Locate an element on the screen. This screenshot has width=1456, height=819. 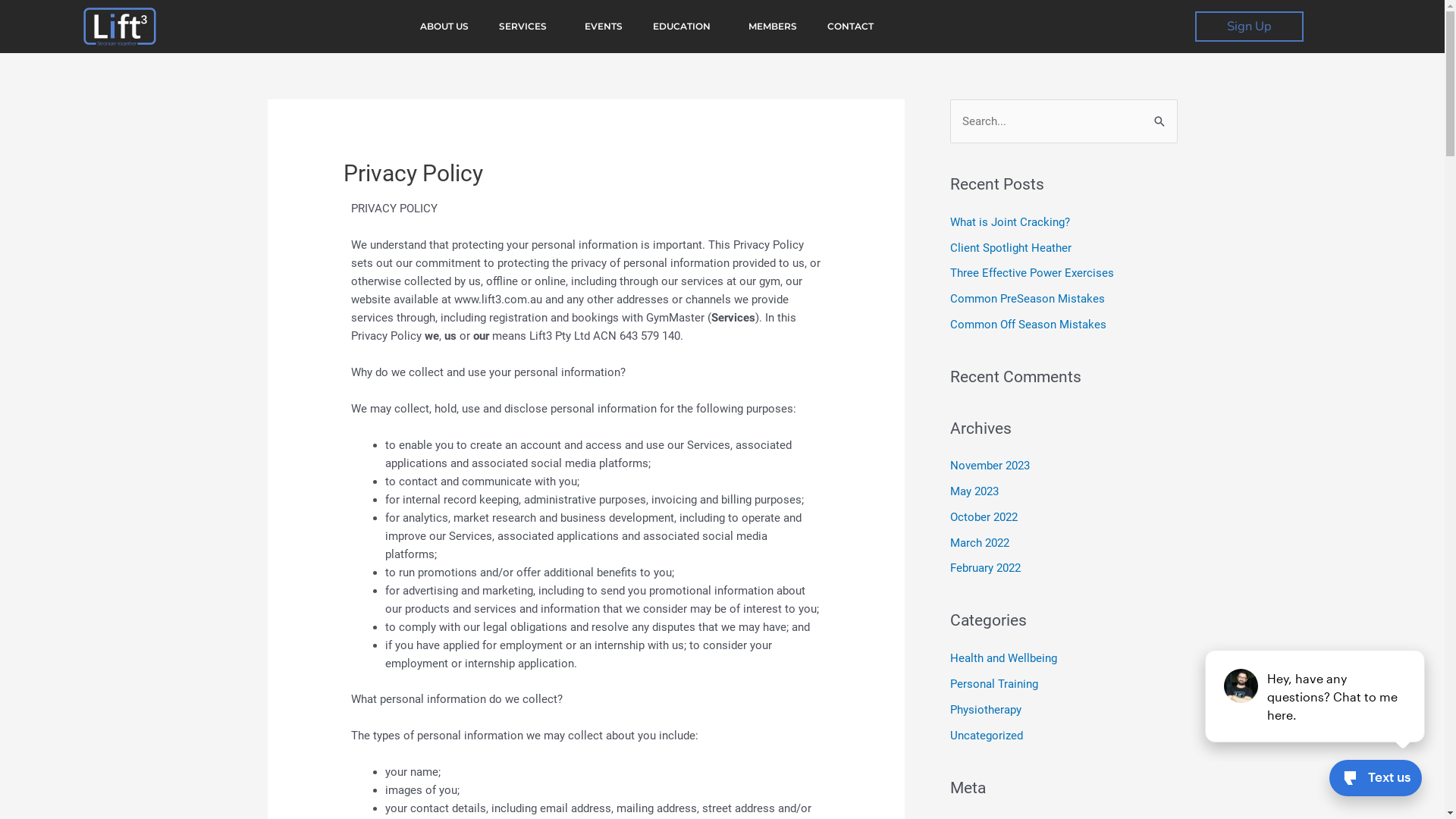
'What is Joint Cracking?' is located at coordinates (1009, 222).